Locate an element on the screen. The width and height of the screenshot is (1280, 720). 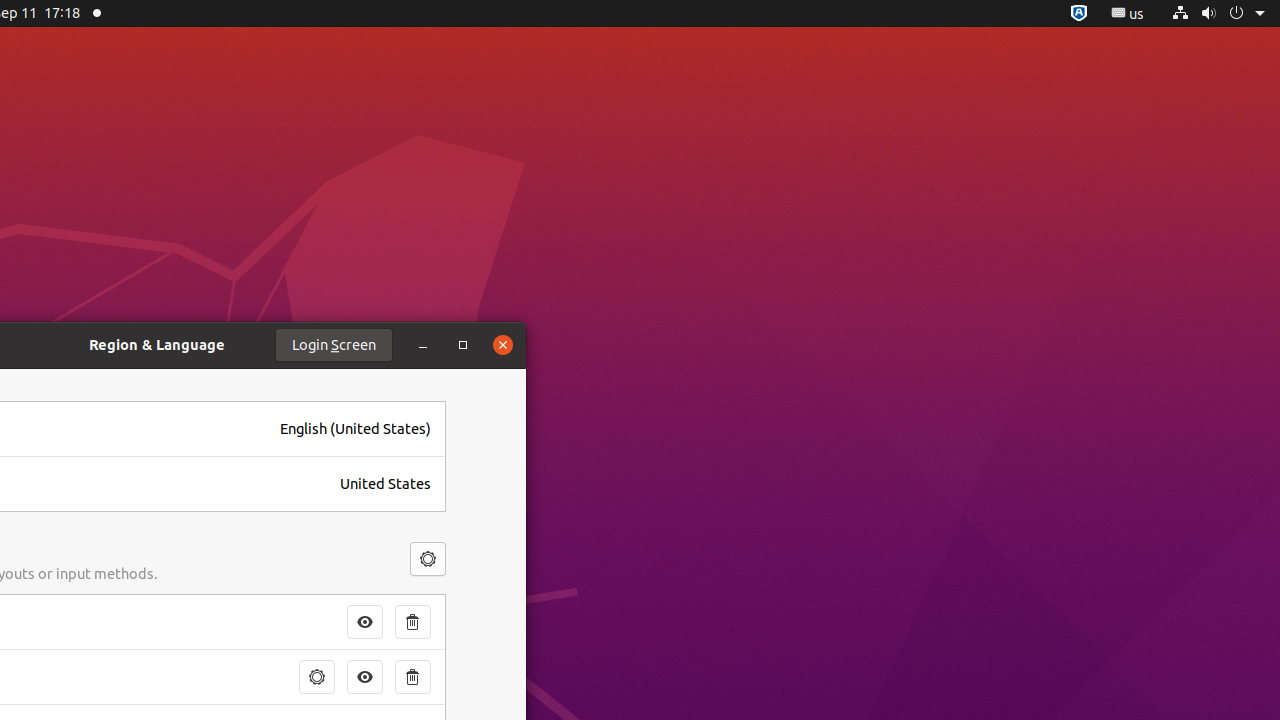
'Login Screen' is located at coordinates (333, 344).